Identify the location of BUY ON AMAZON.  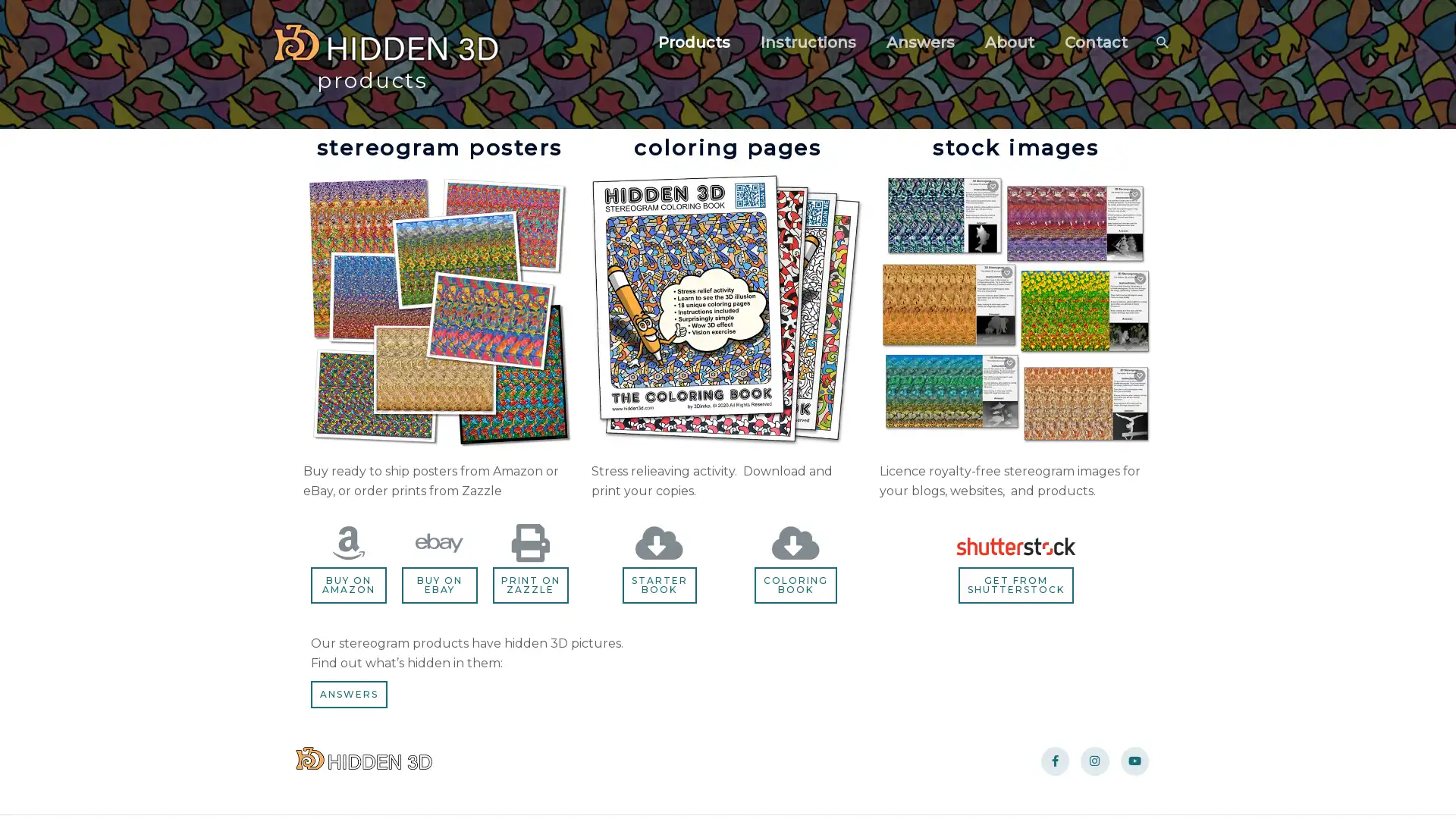
(347, 584).